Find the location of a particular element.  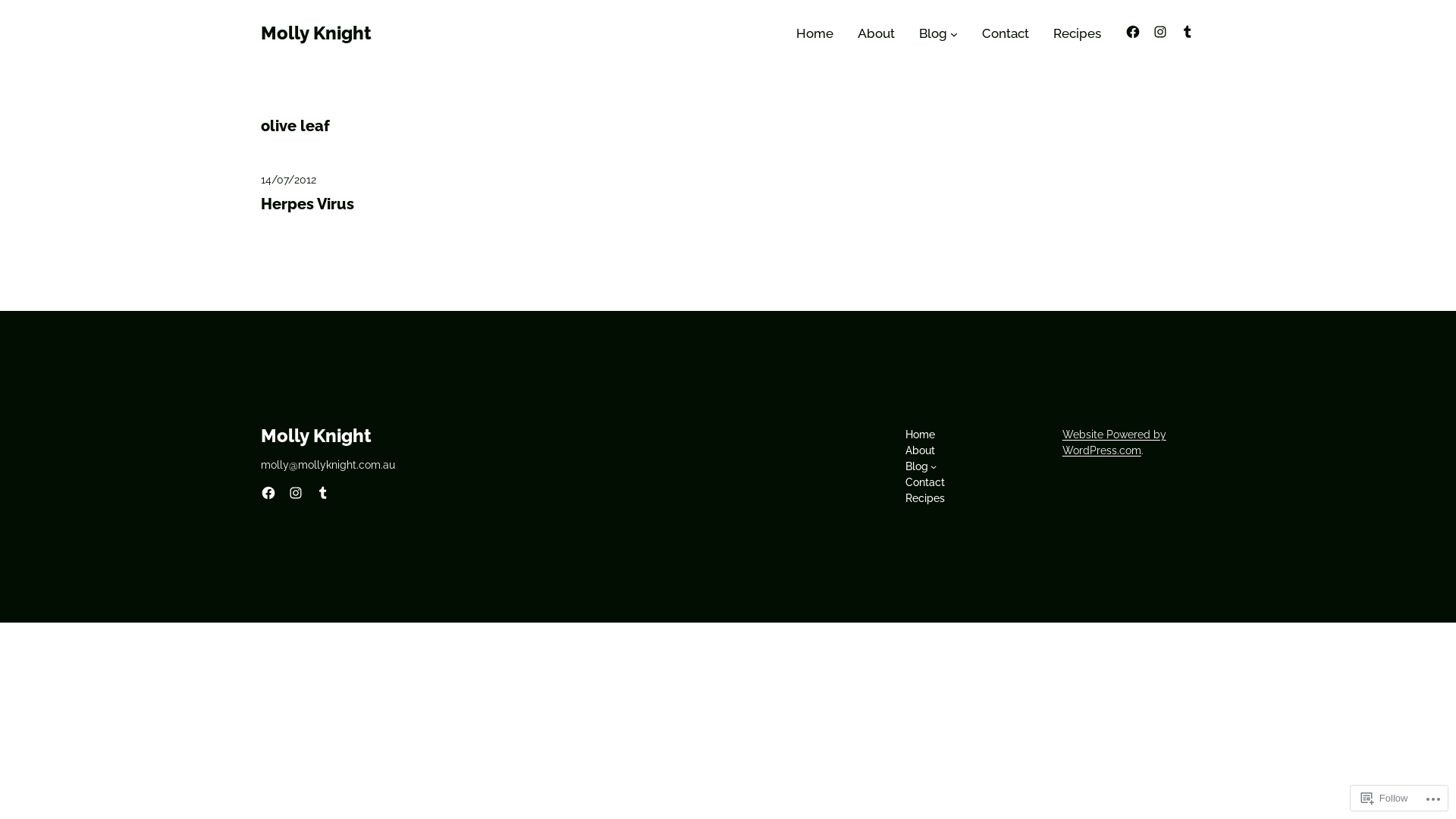

'Website Powered by WordPress.com' is located at coordinates (1114, 442).